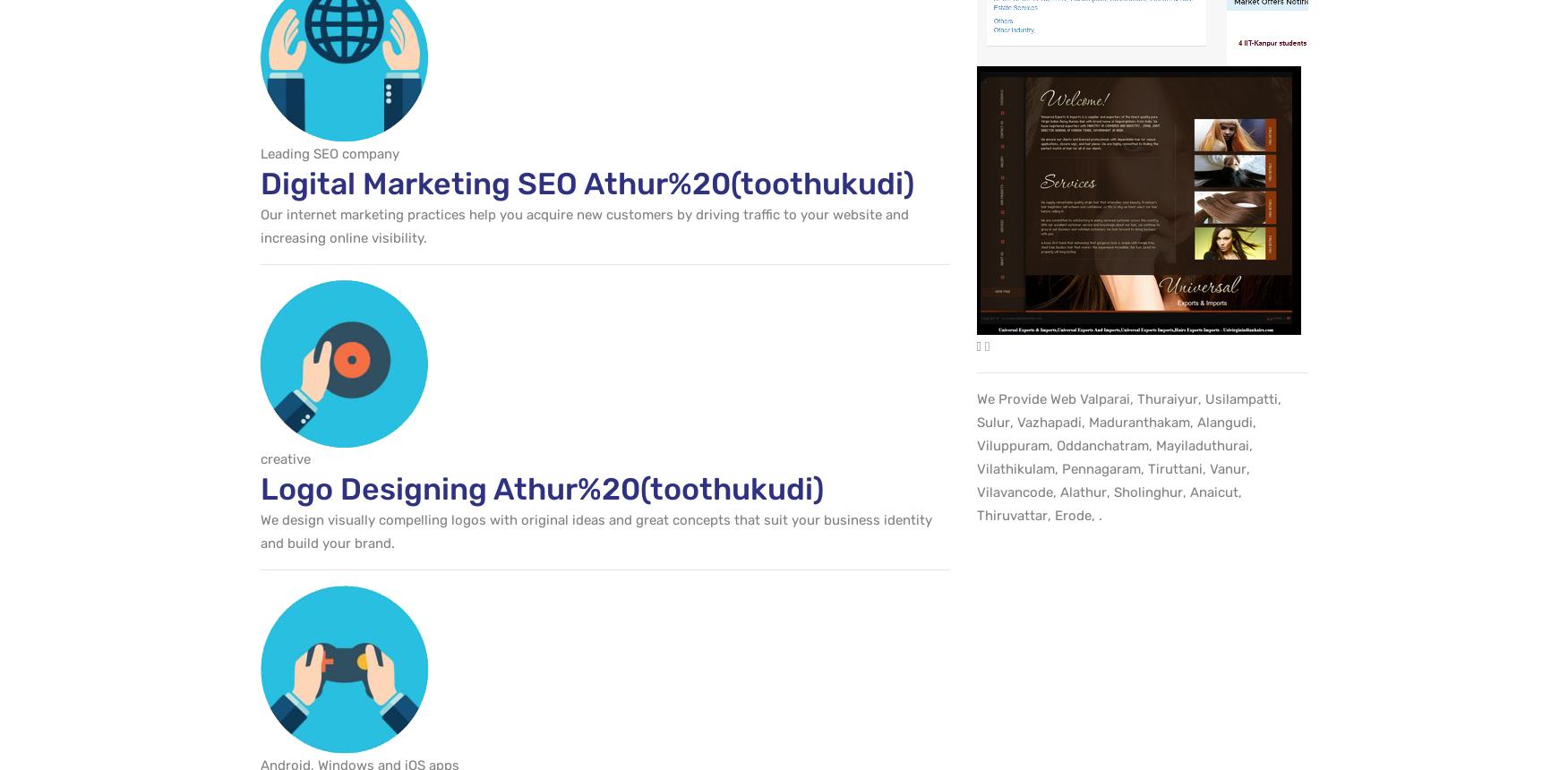  Describe the element at coordinates (1200, 445) in the screenshot. I see `'Mayiladuthurai'` at that location.